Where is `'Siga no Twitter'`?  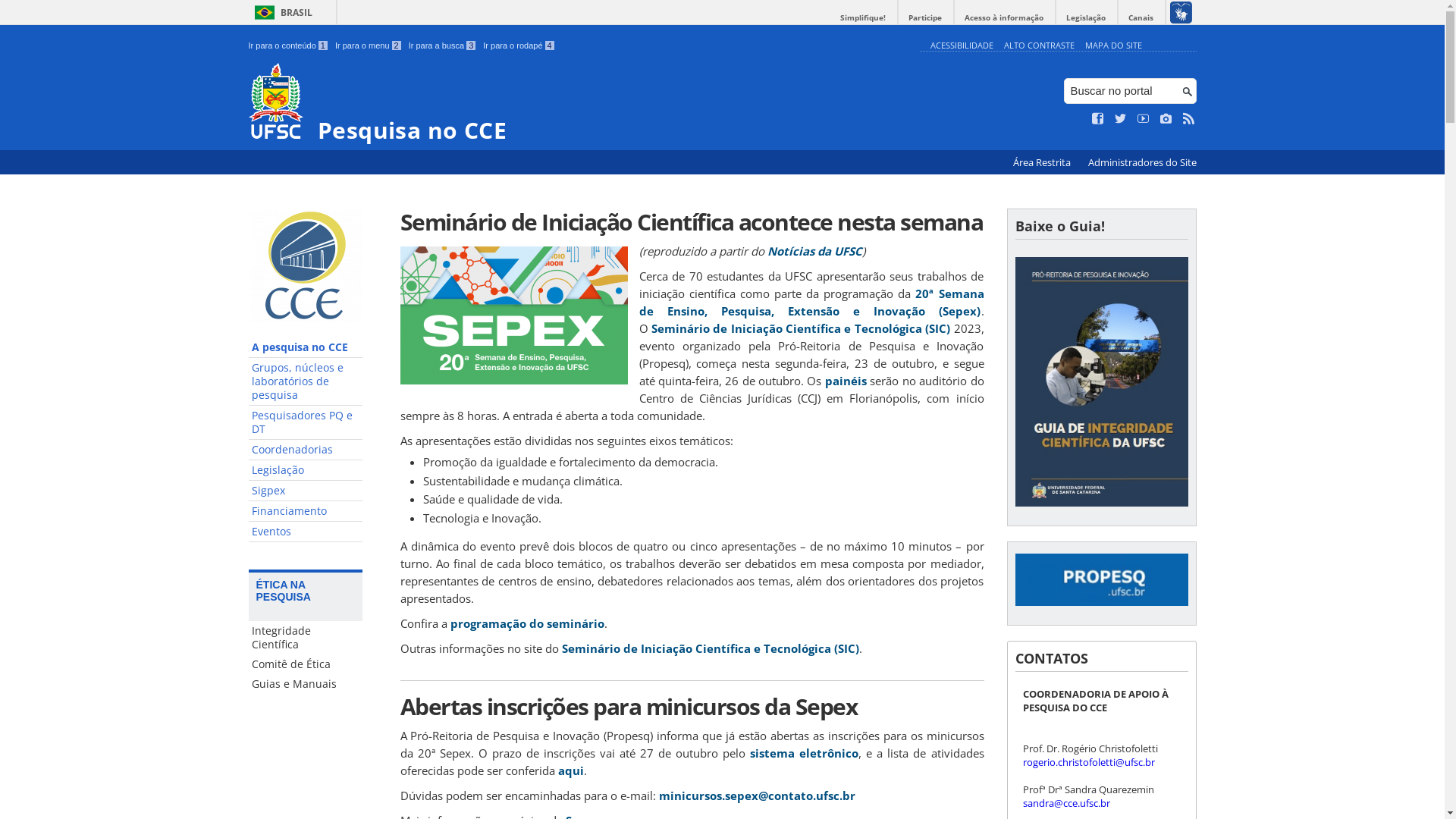 'Siga no Twitter' is located at coordinates (1114, 118).